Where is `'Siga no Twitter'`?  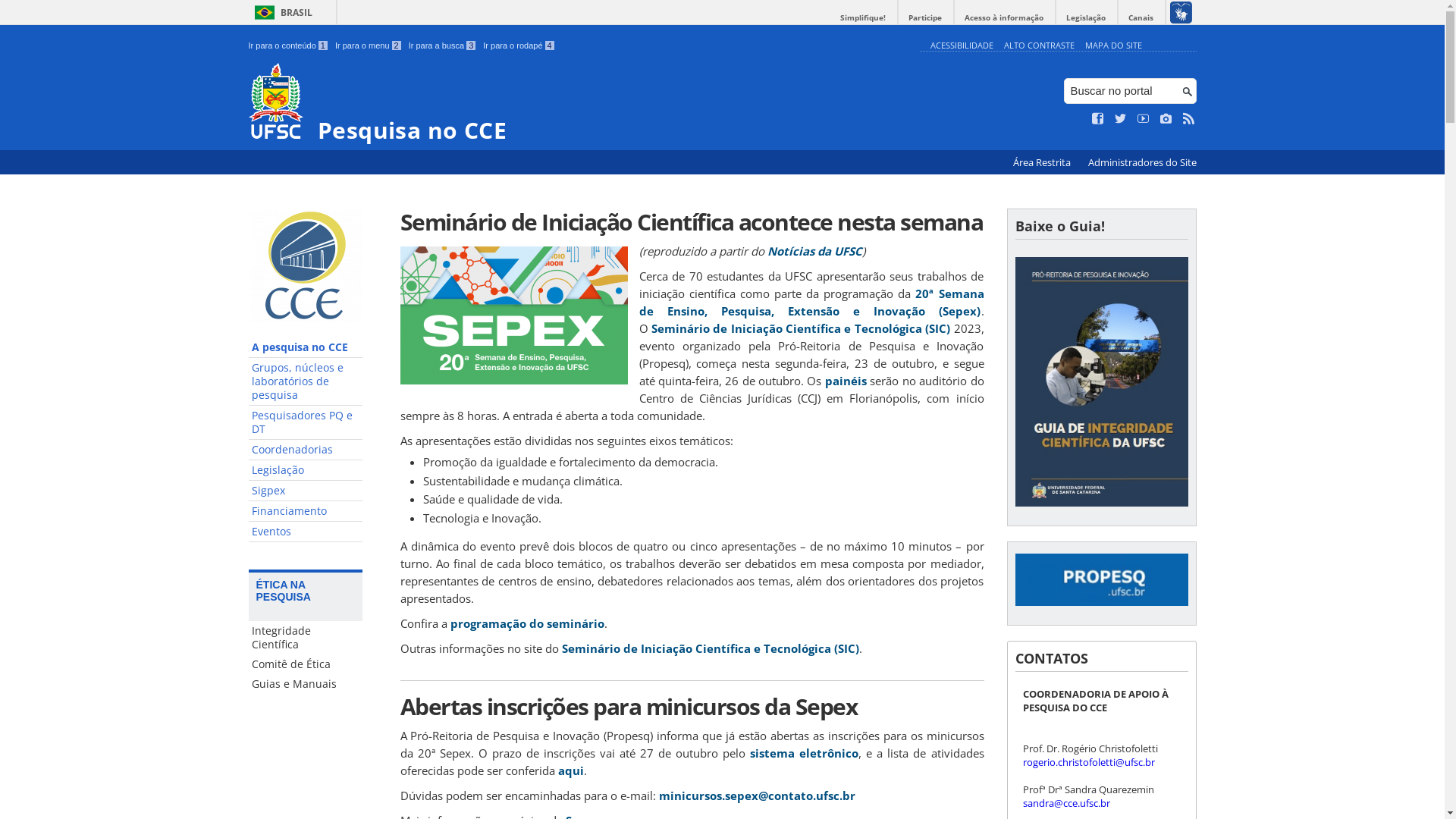 'Siga no Twitter' is located at coordinates (1114, 118).